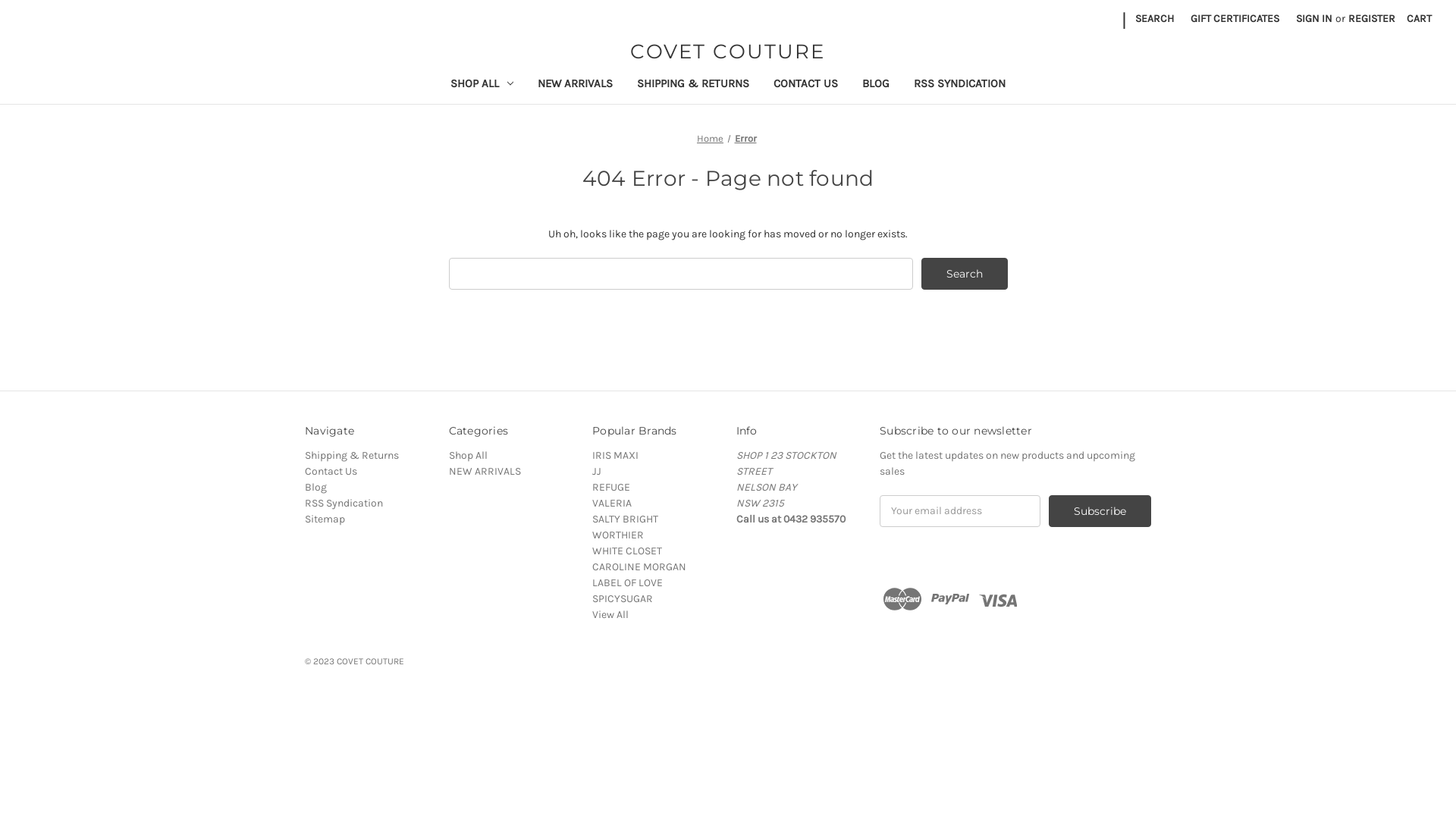 This screenshot has height=819, width=1456. I want to click on 'SHOP ALL', so click(481, 85).